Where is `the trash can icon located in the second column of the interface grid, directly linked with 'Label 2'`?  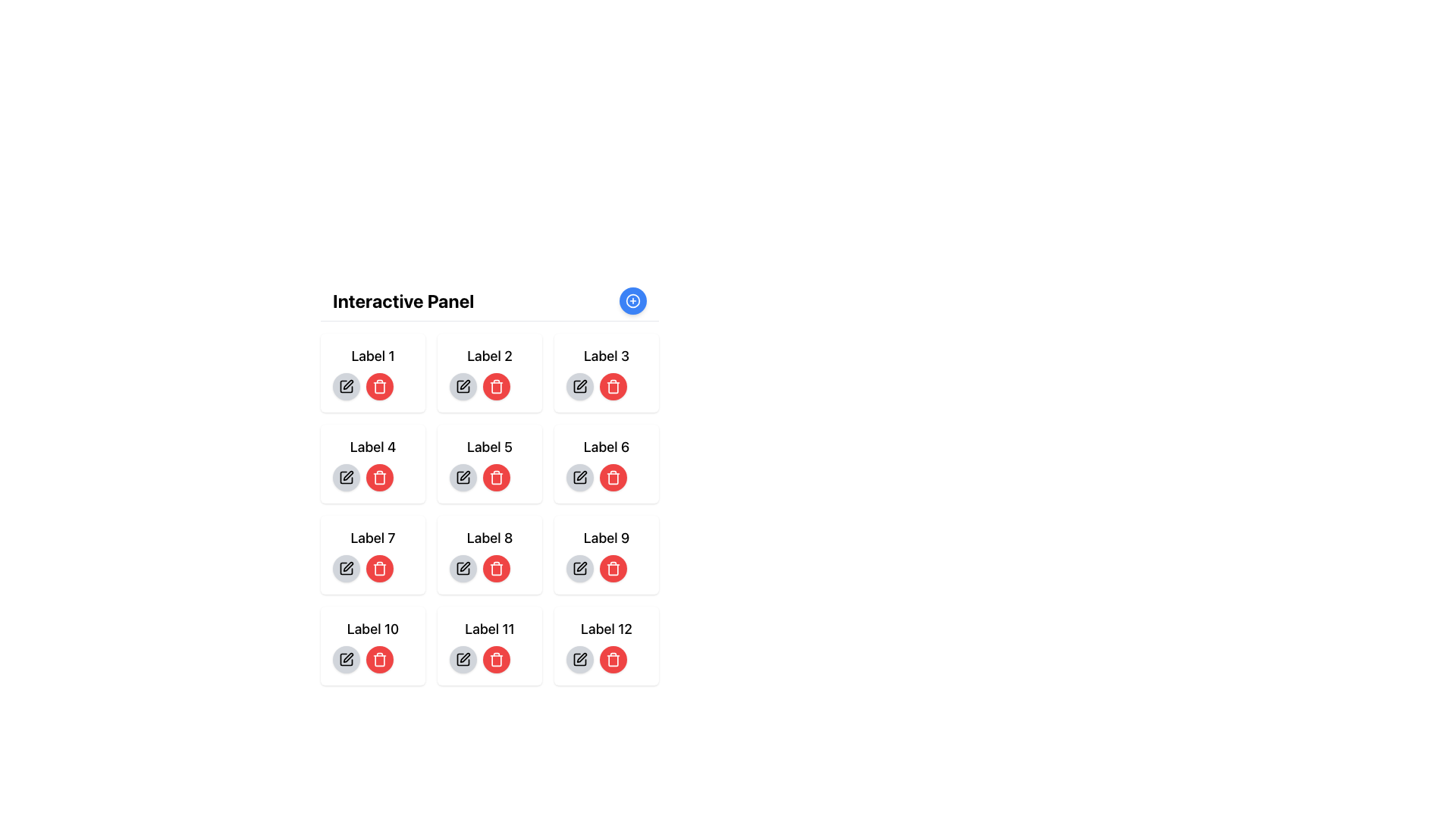 the trash can icon located in the second column of the interface grid, directly linked with 'Label 2' is located at coordinates (496, 386).